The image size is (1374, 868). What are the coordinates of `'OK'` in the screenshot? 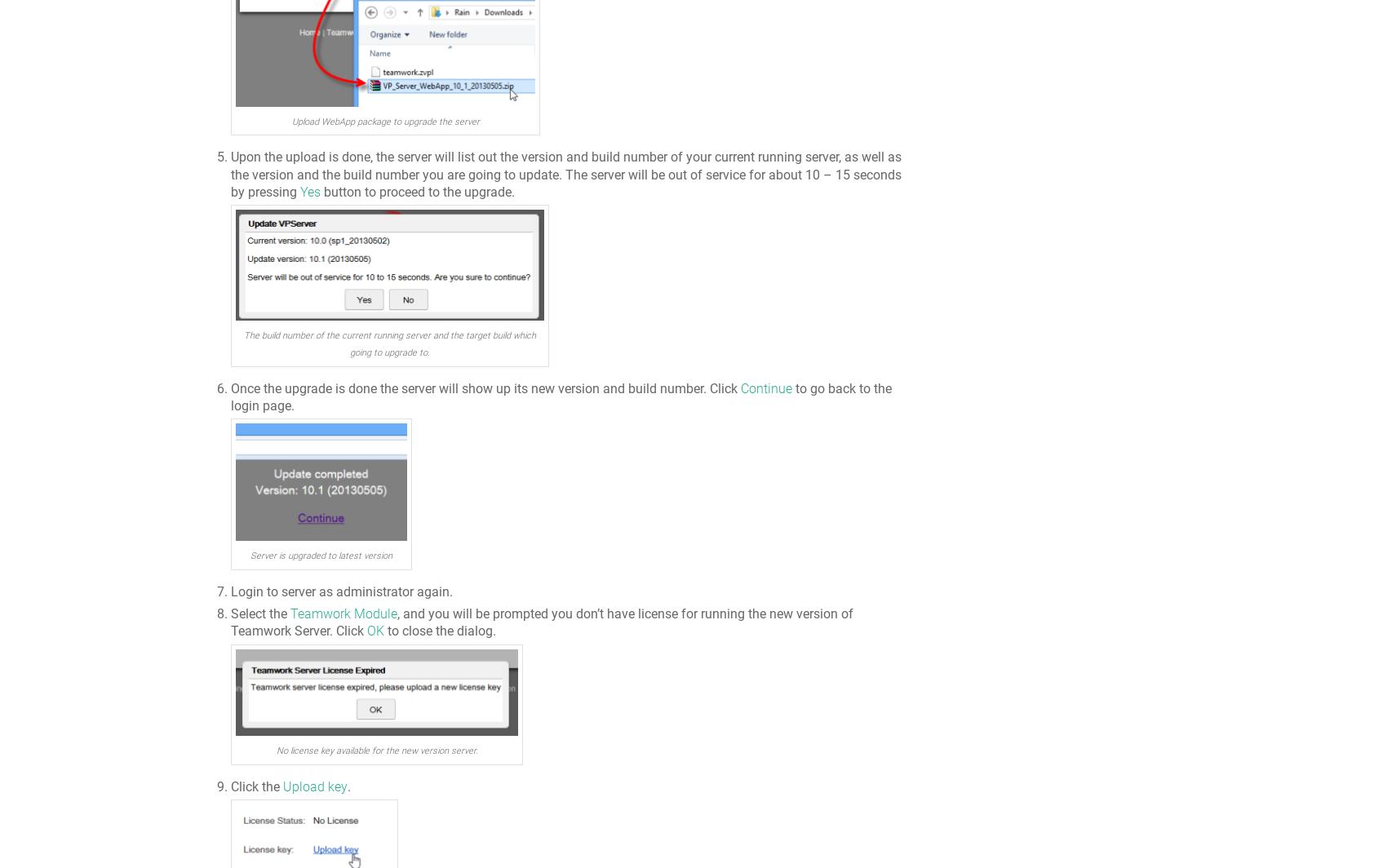 It's located at (375, 631).